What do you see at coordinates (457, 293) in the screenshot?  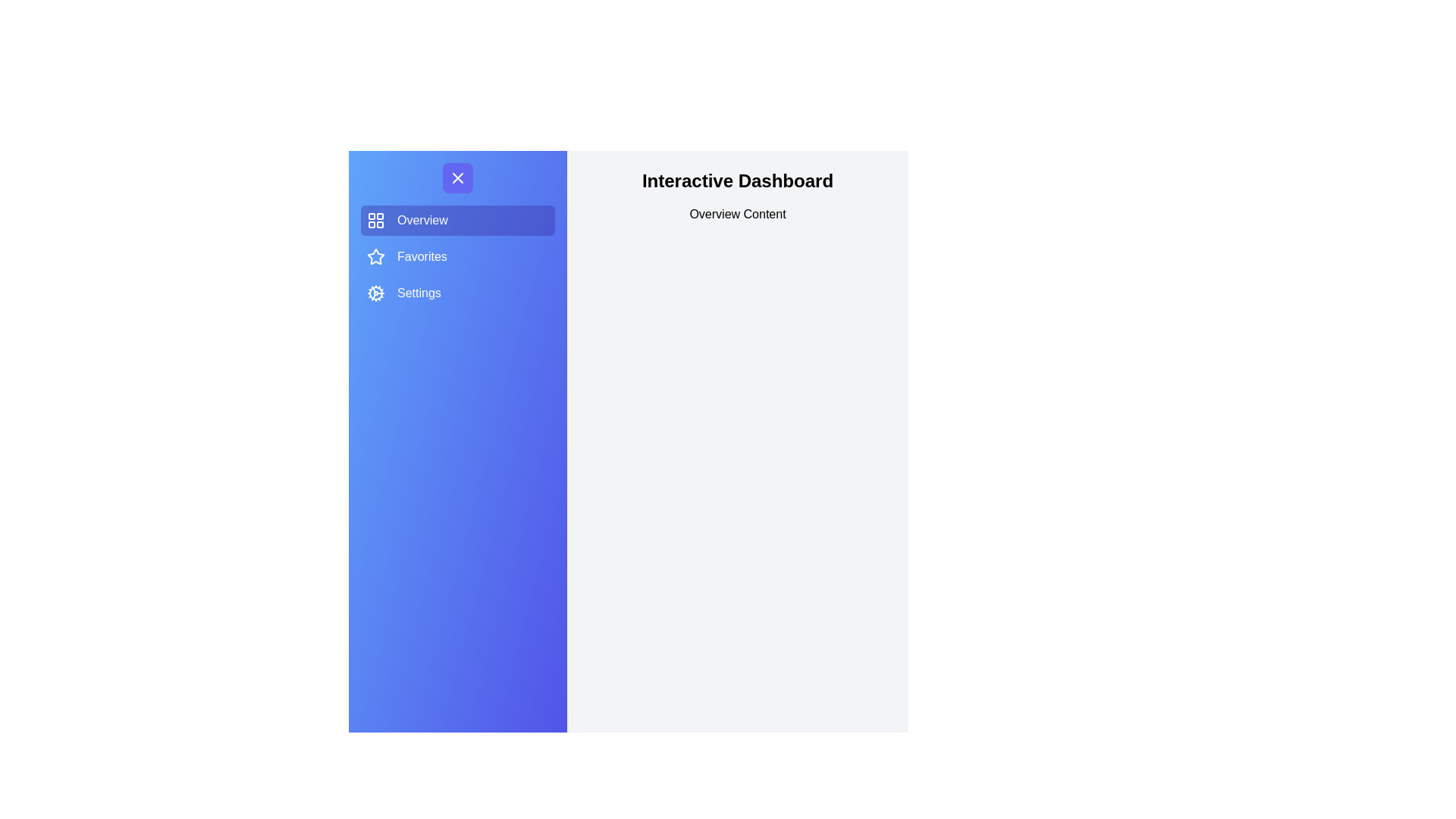 I see `the menu item labeled Settings to observe its hover effect` at bounding box center [457, 293].